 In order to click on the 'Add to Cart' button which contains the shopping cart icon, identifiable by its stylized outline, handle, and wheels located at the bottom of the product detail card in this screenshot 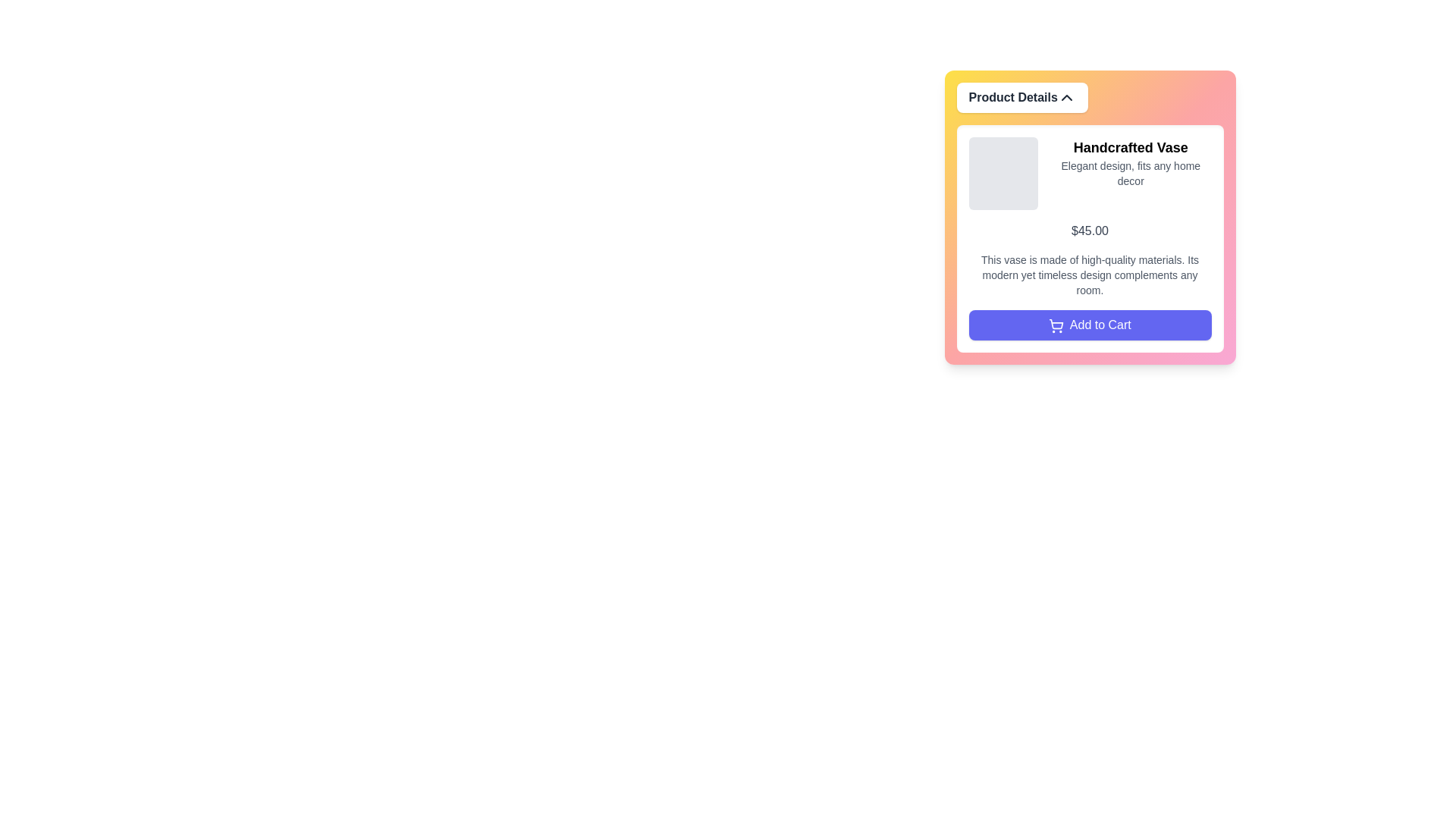, I will do `click(1056, 323)`.